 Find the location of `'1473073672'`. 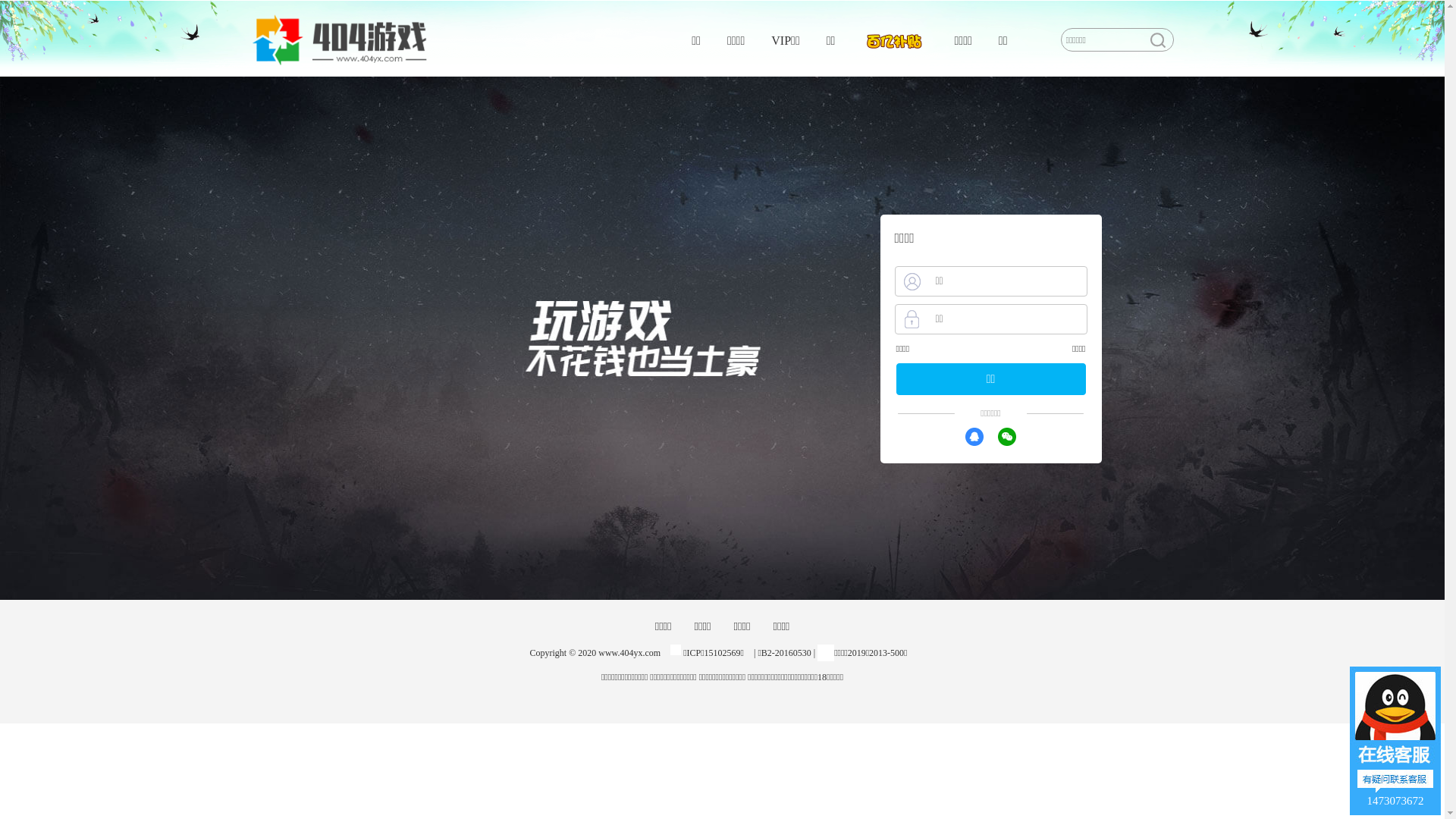

'1473073672' is located at coordinates (1395, 739).